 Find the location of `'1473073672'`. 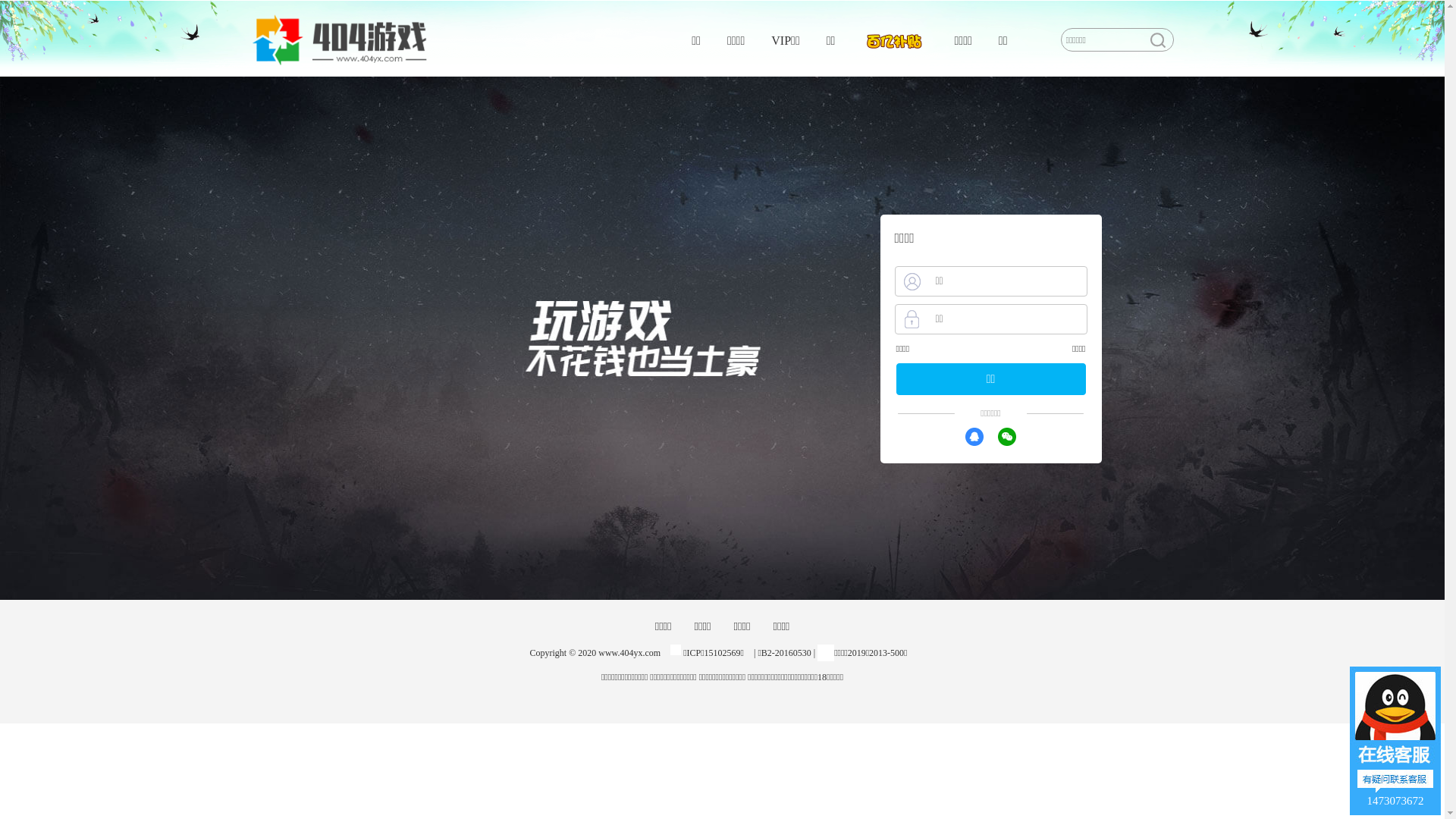

'1473073672' is located at coordinates (1395, 739).